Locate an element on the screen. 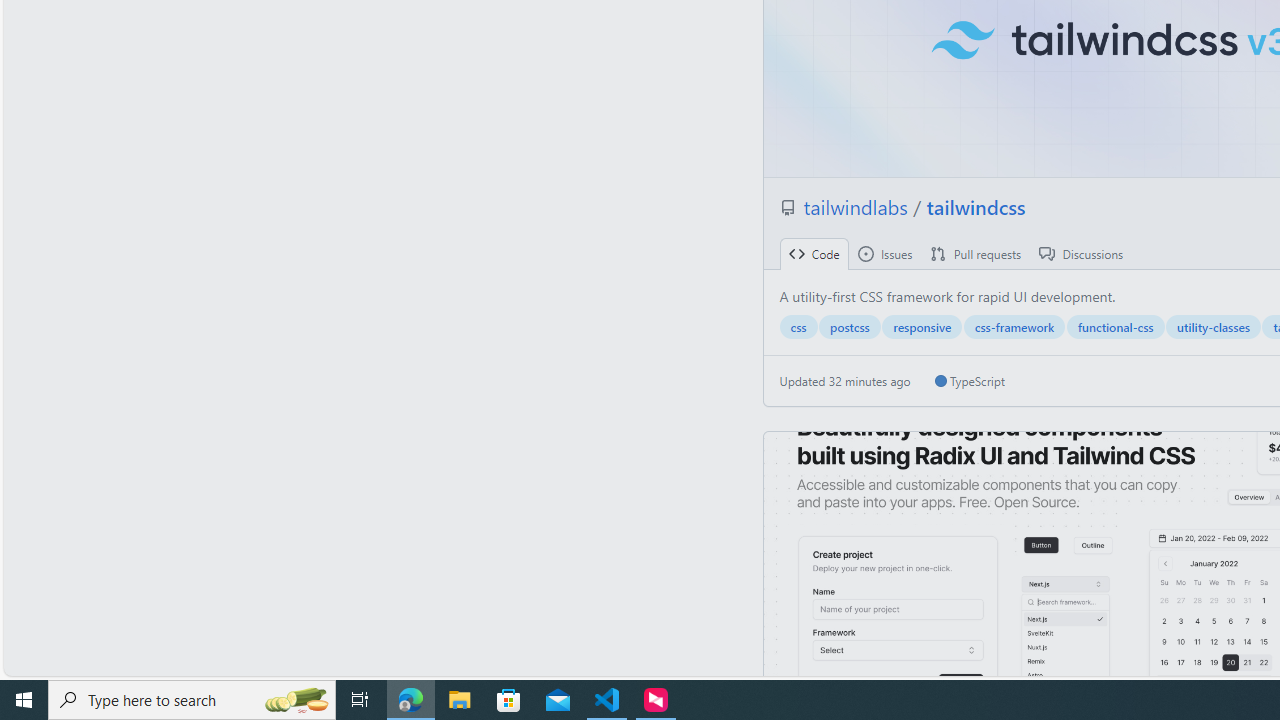  'responsive' is located at coordinates (921, 326).